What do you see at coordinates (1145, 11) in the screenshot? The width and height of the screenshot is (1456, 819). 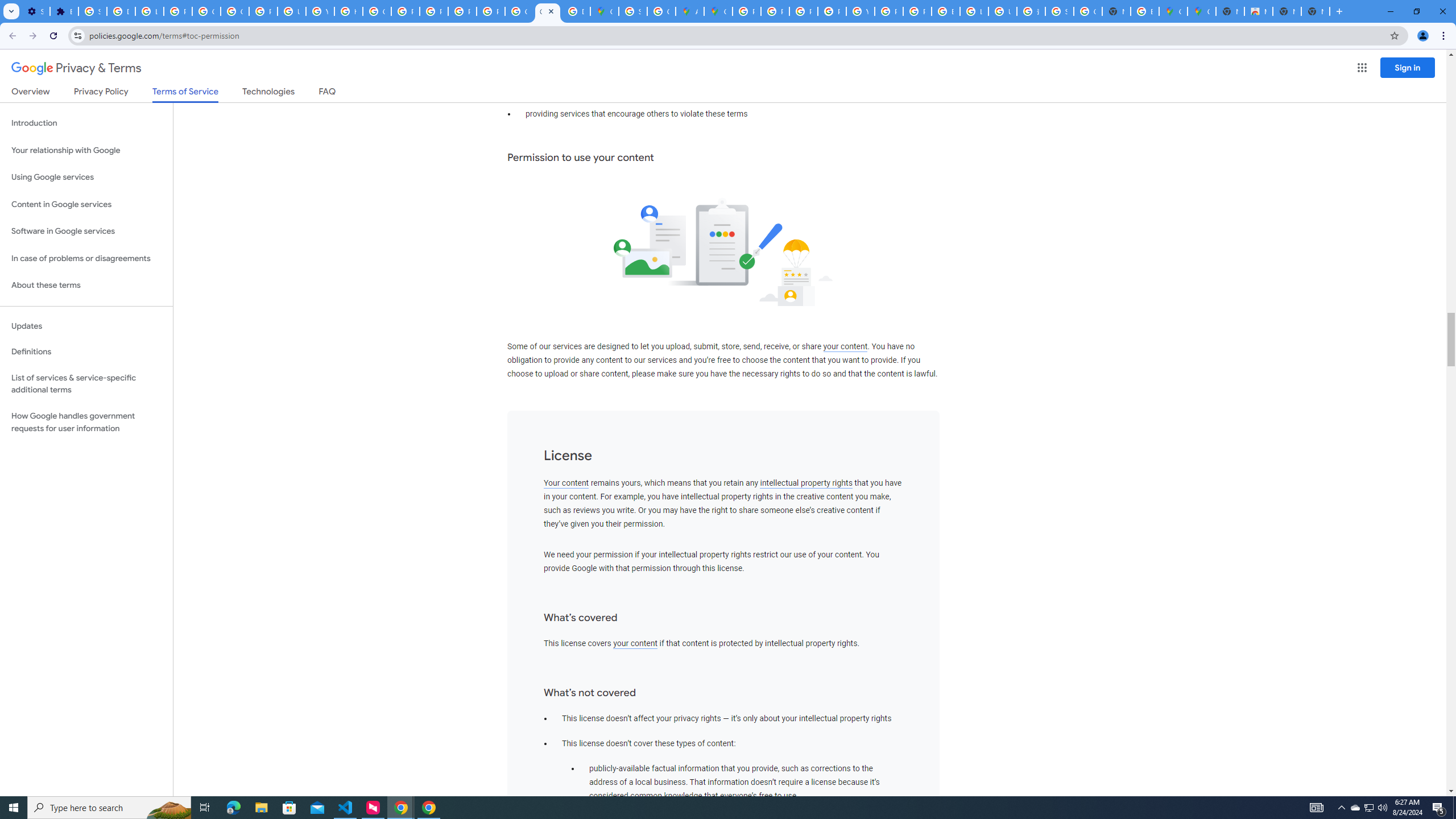 I see `'Explore new street-level details - Google Maps Help'` at bounding box center [1145, 11].